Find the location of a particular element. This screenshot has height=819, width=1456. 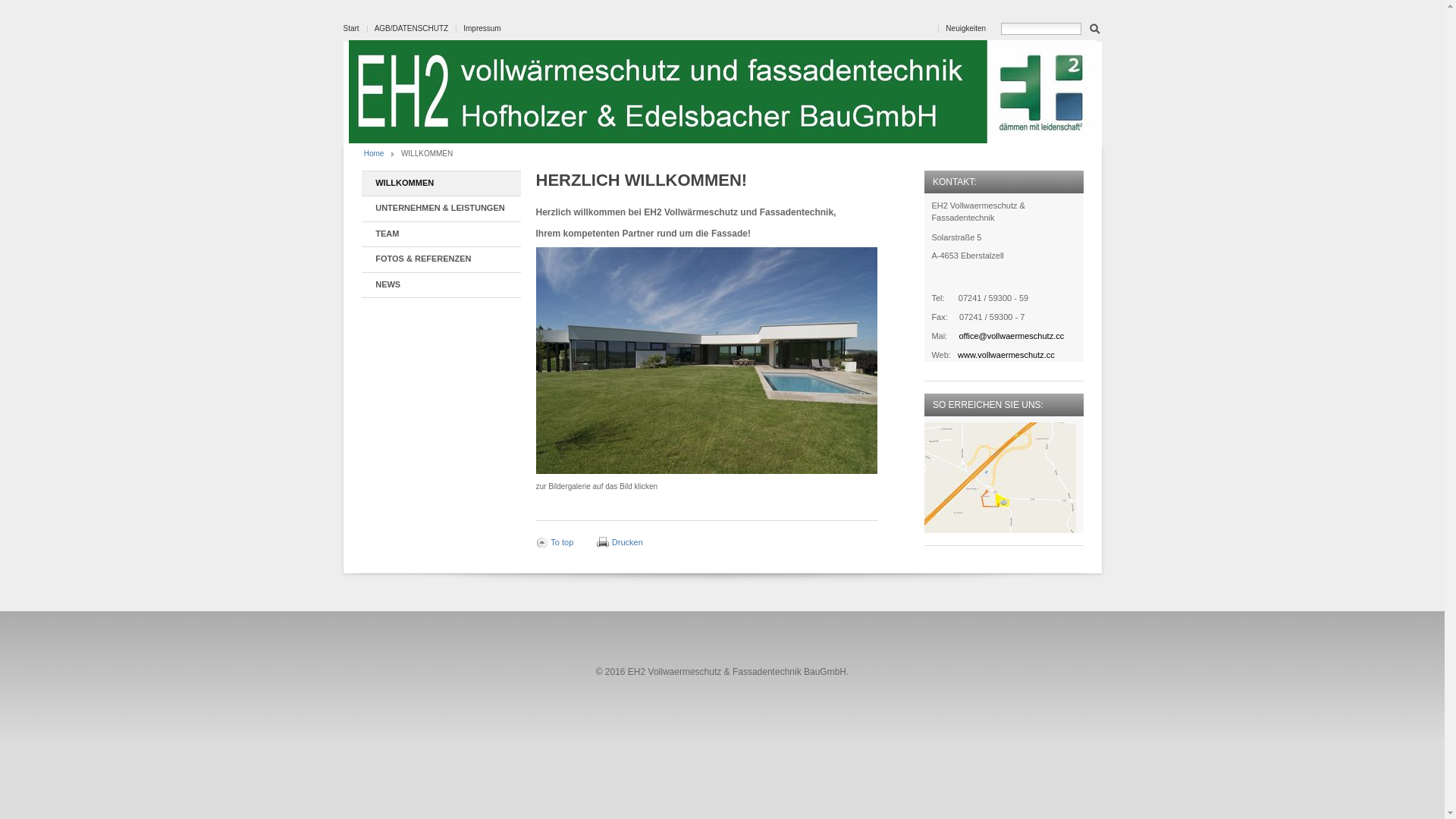

'To top' is located at coordinates (553, 541).